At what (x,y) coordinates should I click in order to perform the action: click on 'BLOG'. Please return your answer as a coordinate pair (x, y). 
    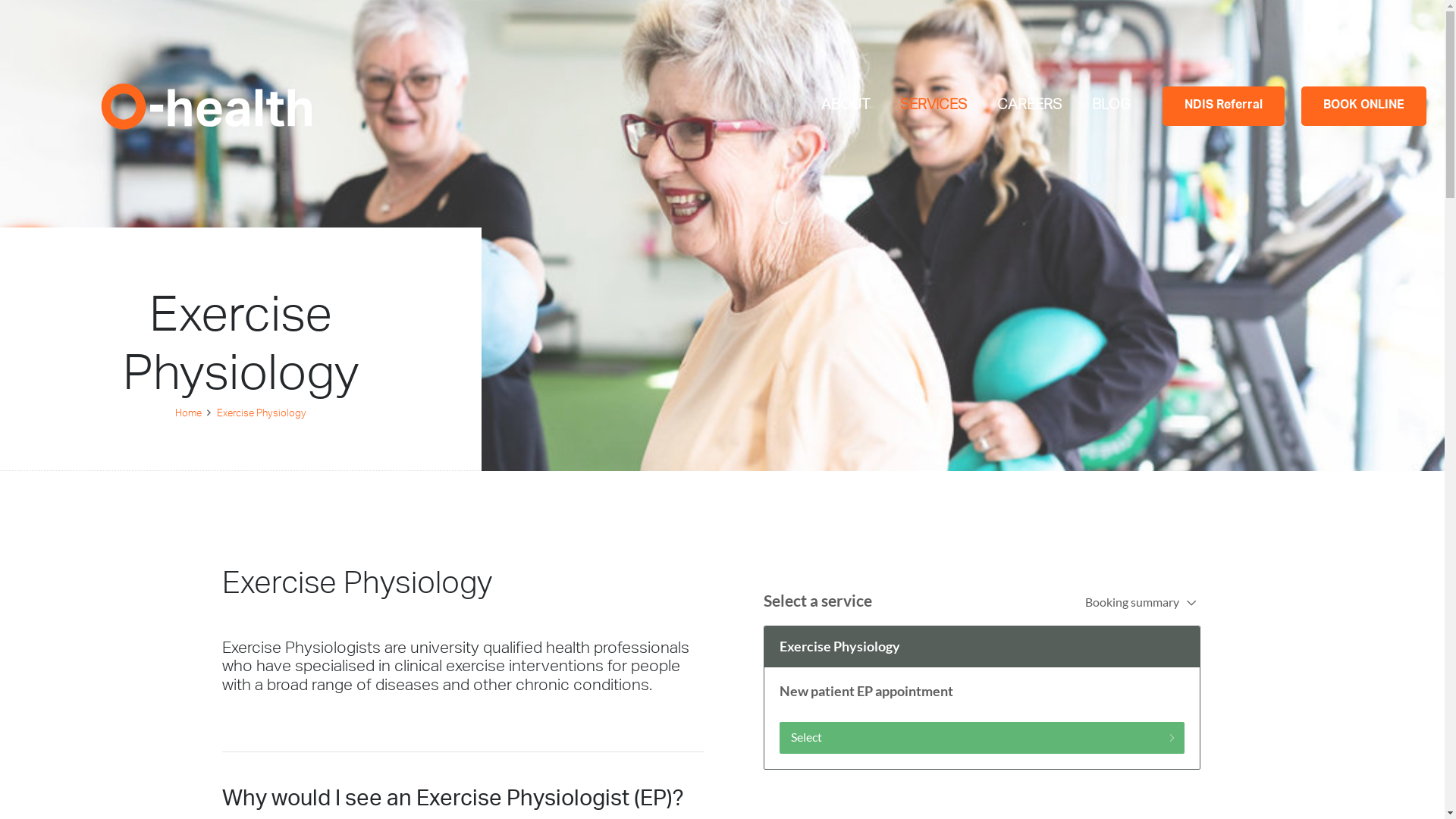
    Looking at the image, I should click on (1111, 105).